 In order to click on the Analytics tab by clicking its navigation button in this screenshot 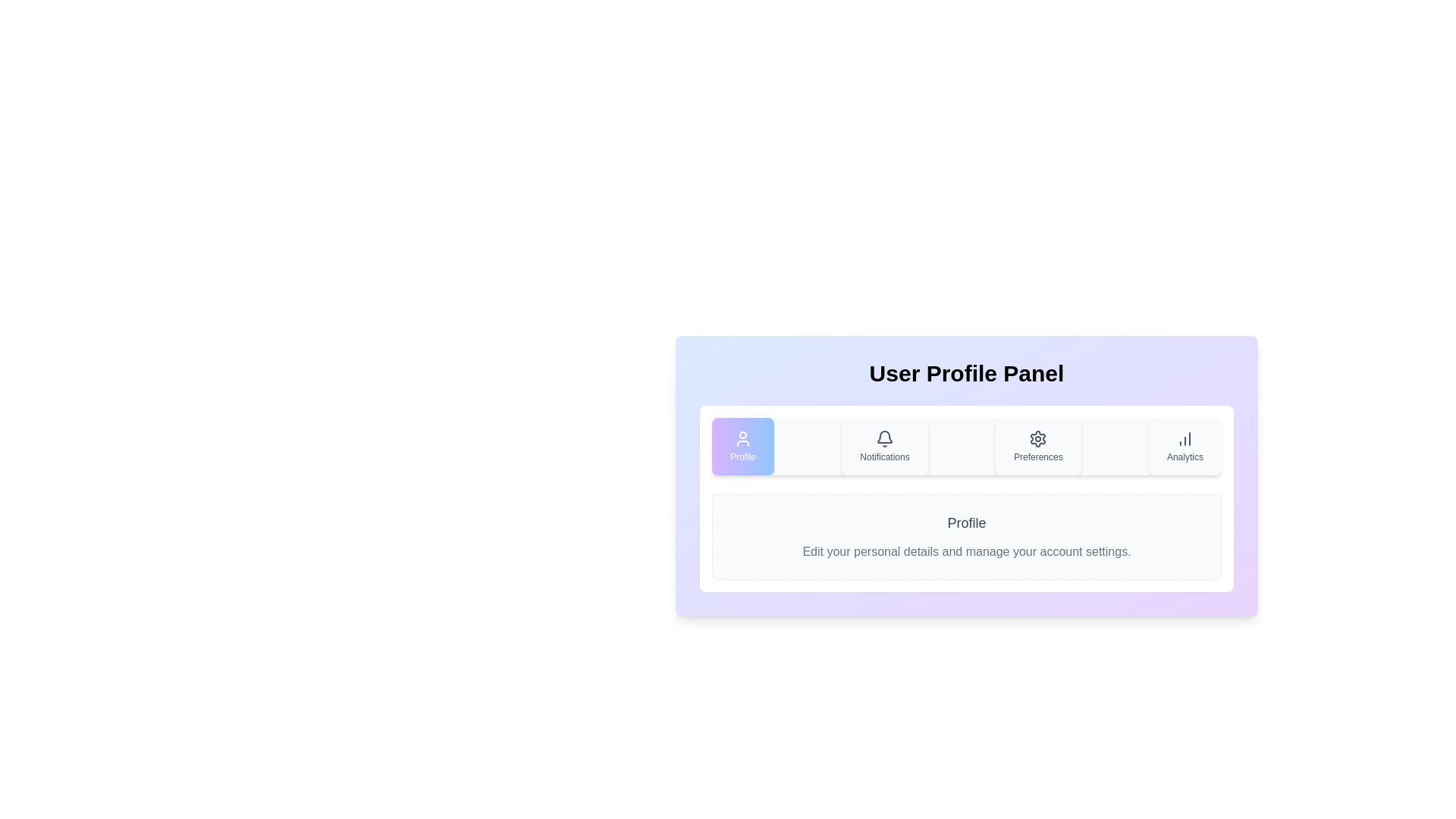, I will do `click(1183, 446)`.